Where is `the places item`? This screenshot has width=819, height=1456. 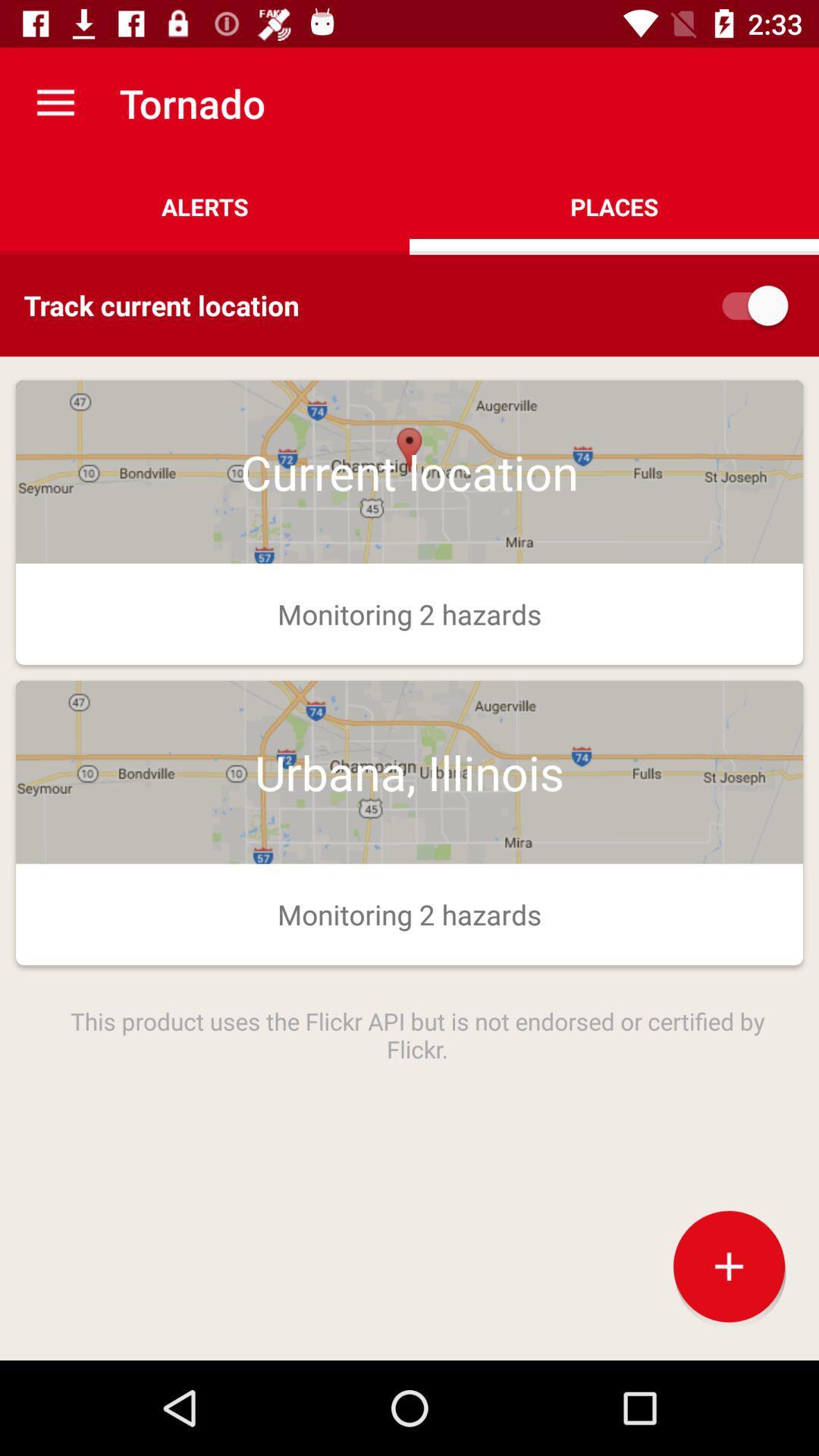 the places item is located at coordinates (614, 206).